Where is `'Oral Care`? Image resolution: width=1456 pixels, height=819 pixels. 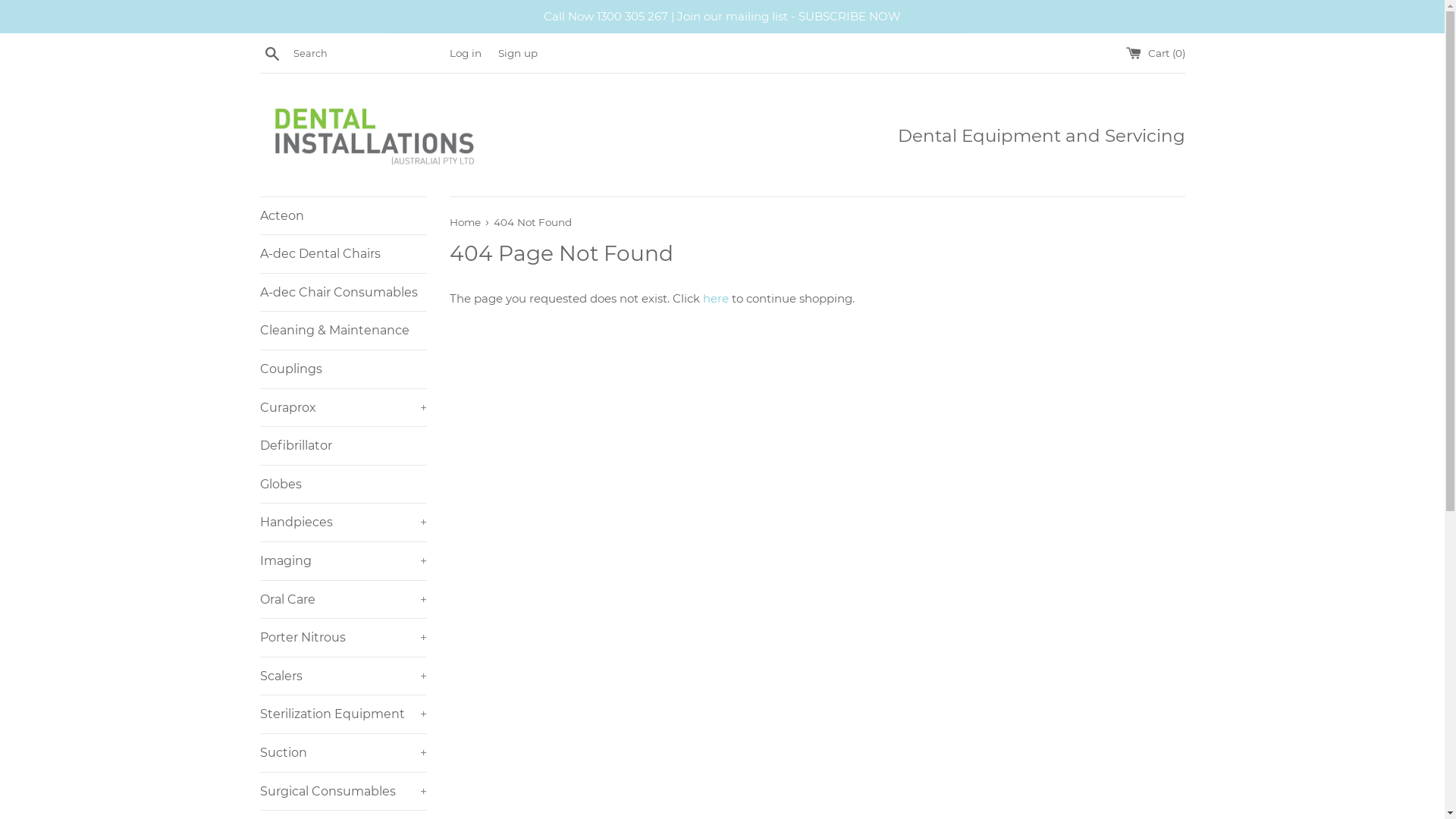
'Oral Care is located at coordinates (341, 598).